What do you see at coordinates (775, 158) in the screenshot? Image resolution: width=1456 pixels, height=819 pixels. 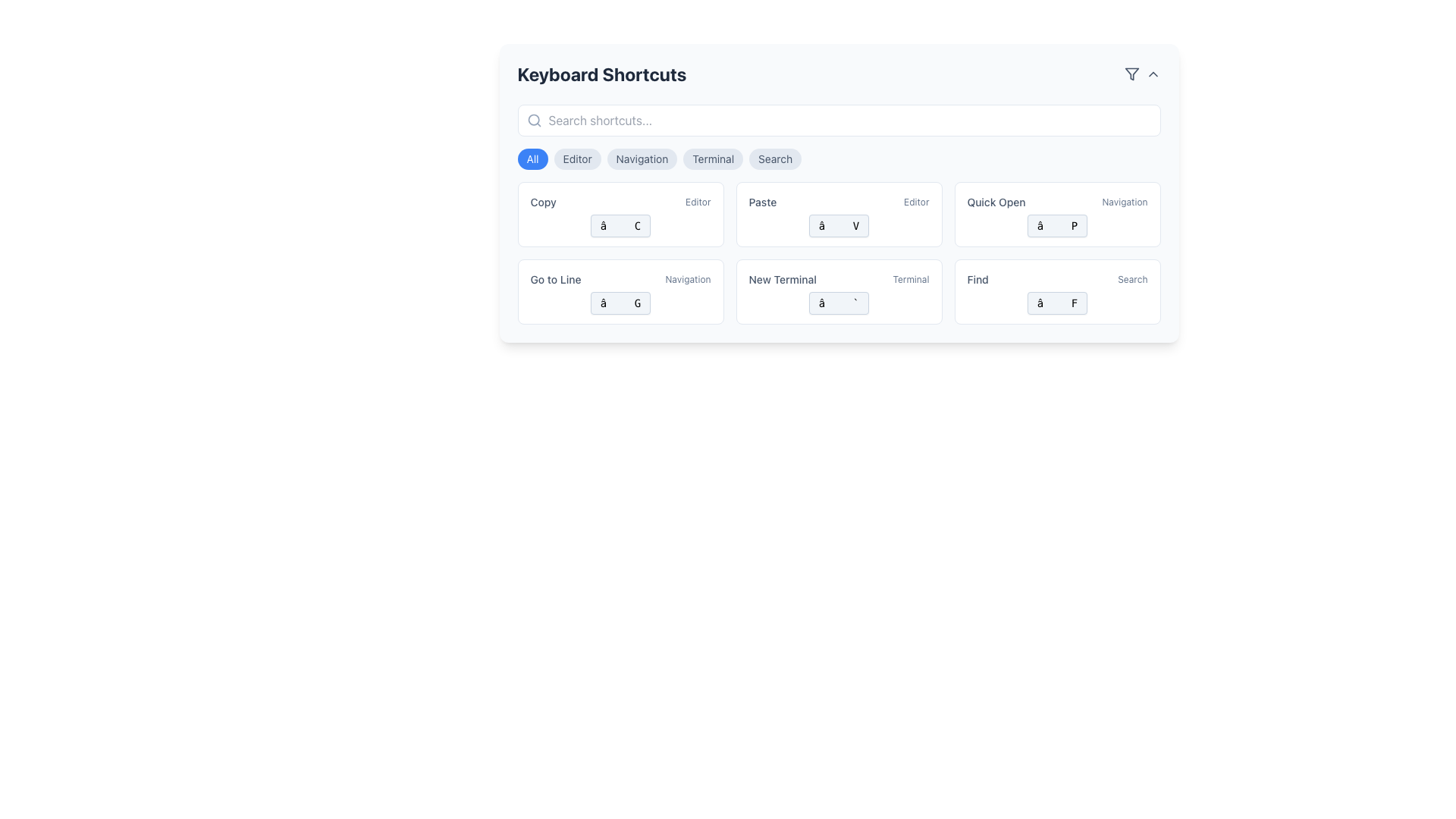 I see `the fifth button in the horizontal list titled 'Search'` at bounding box center [775, 158].